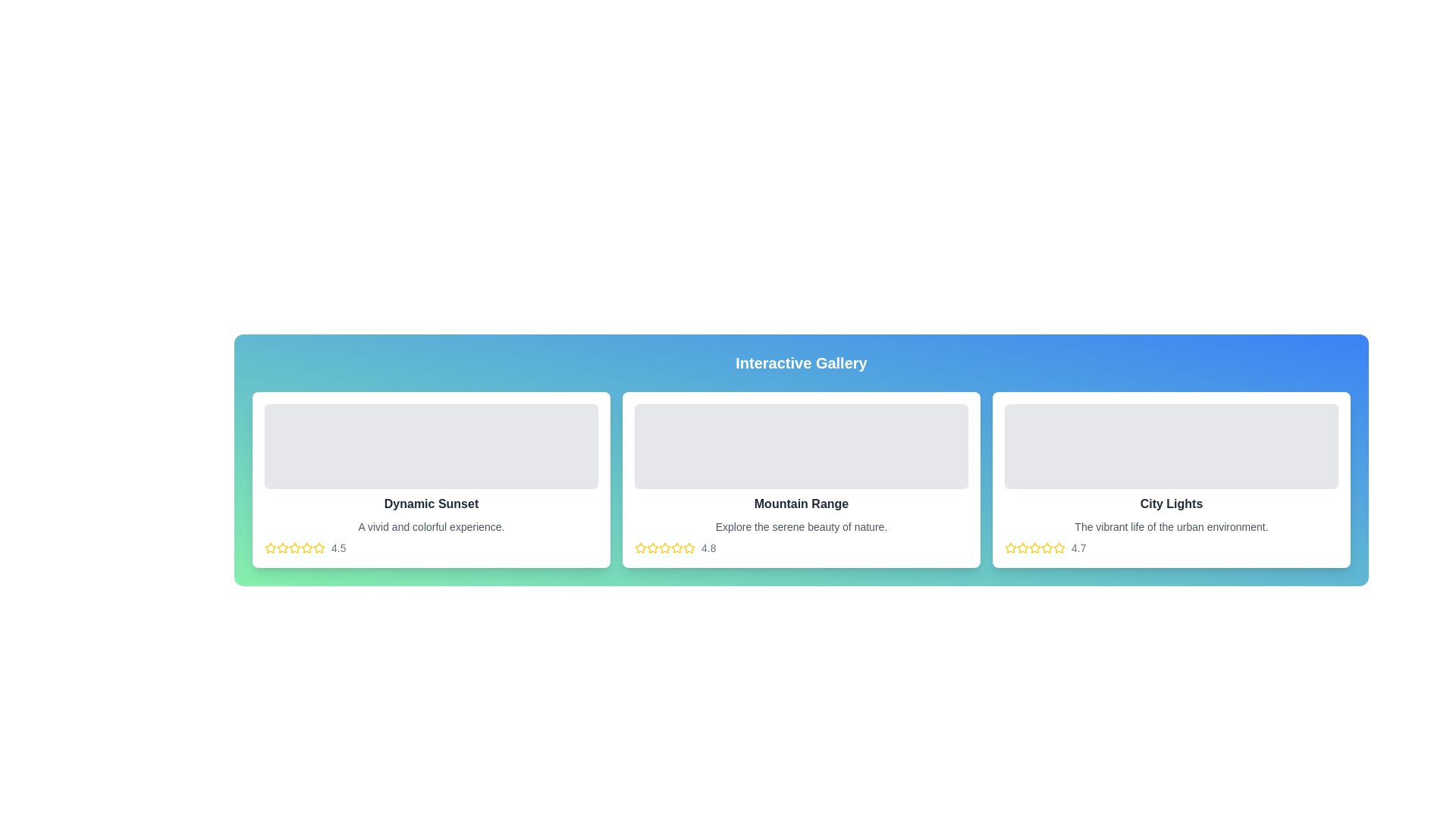 The image size is (1456, 819). Describe the element at coordinates (1034, 548) in the screenshot. I see `the fifth star icon in the rating system below the 'City Lights' card` at that location.